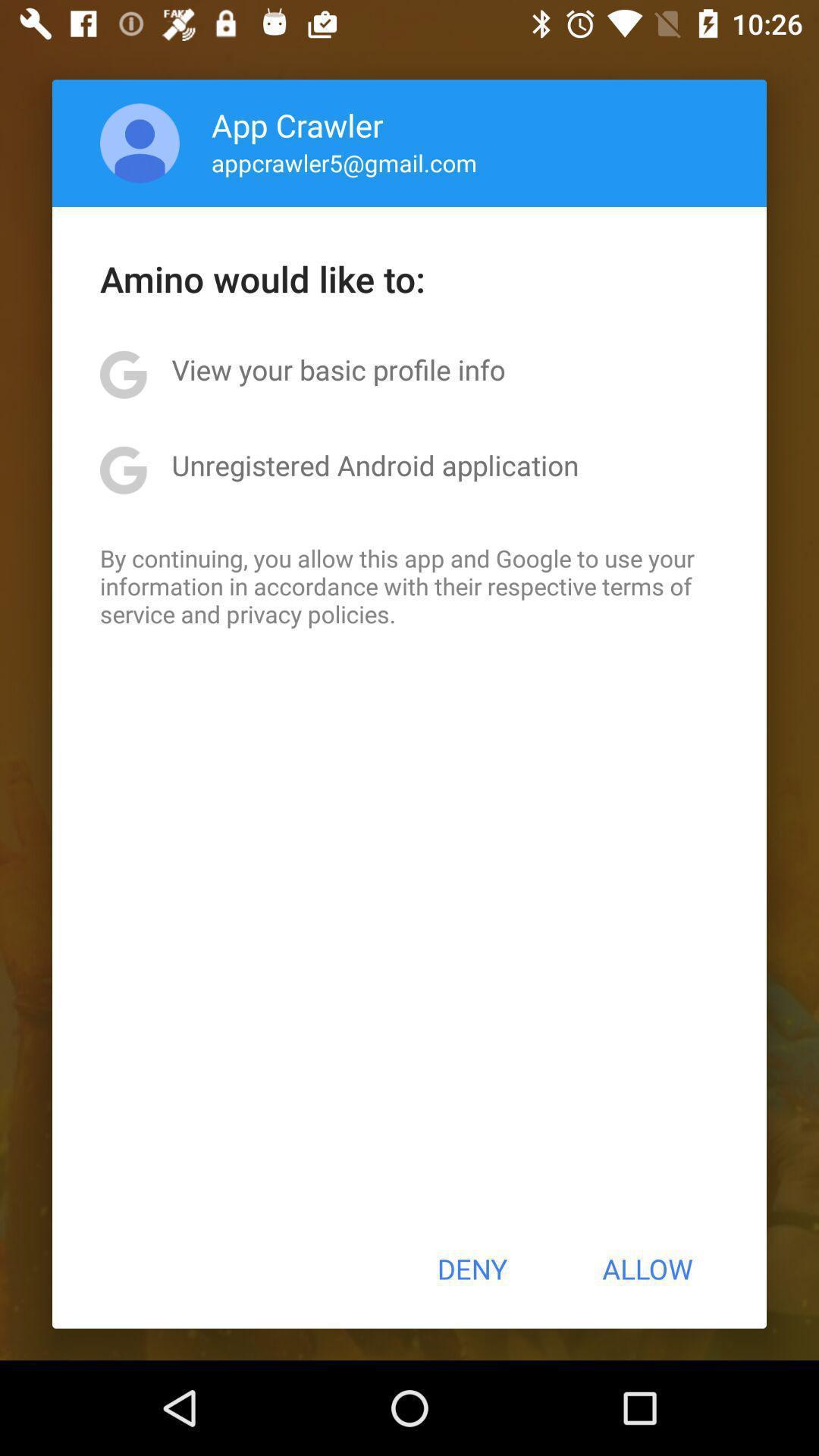  What do you see at coordinates (297, 124) in the screenshot?
I see `the app crawler icon` at bounding box center [297, 124].